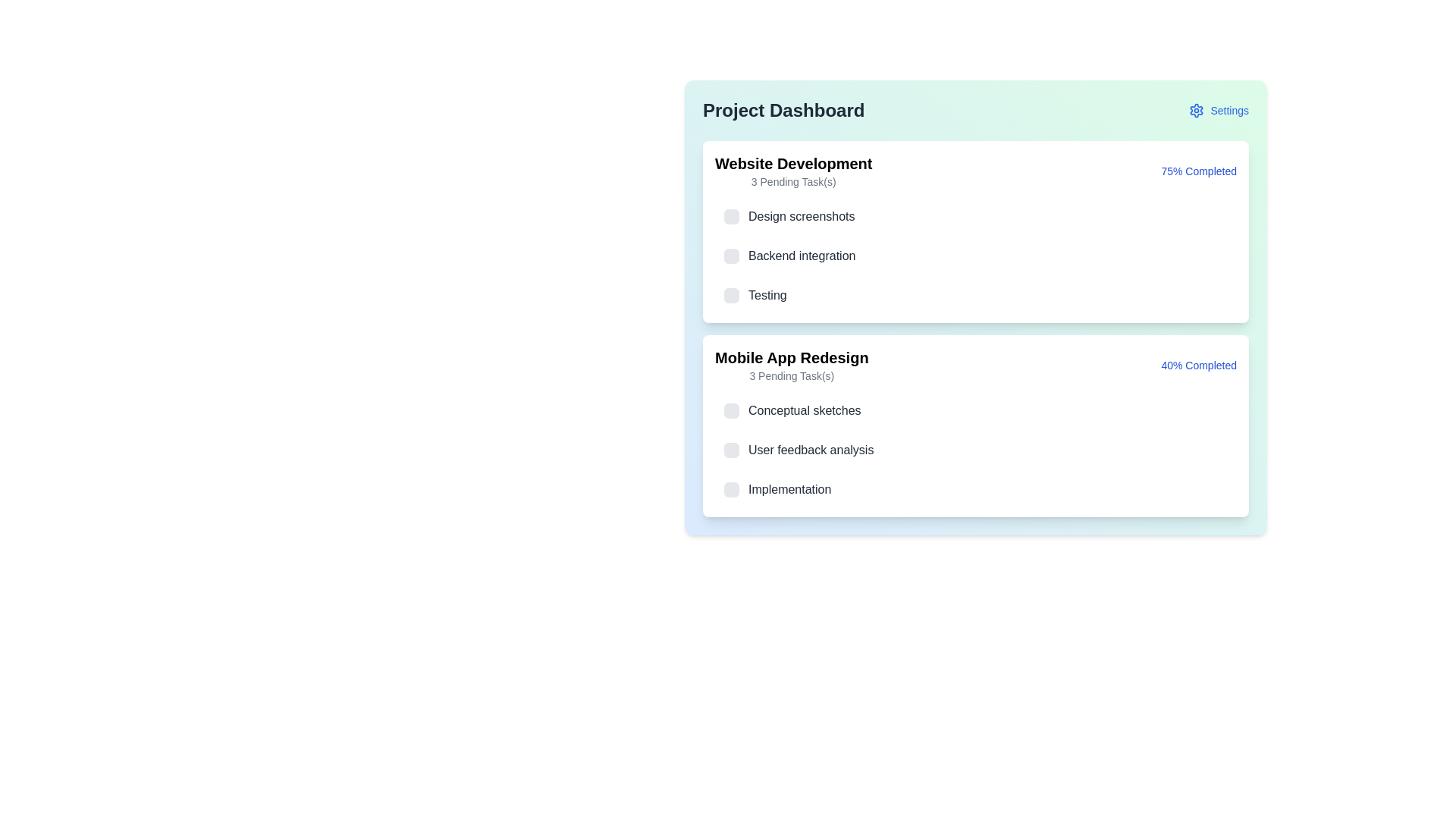  Describe the element at coordinates (731, 216) in the screenshot. I see `the Checkbox element located to the left of the text 'Design screenshots' under the 'Website Development' section` at that location.